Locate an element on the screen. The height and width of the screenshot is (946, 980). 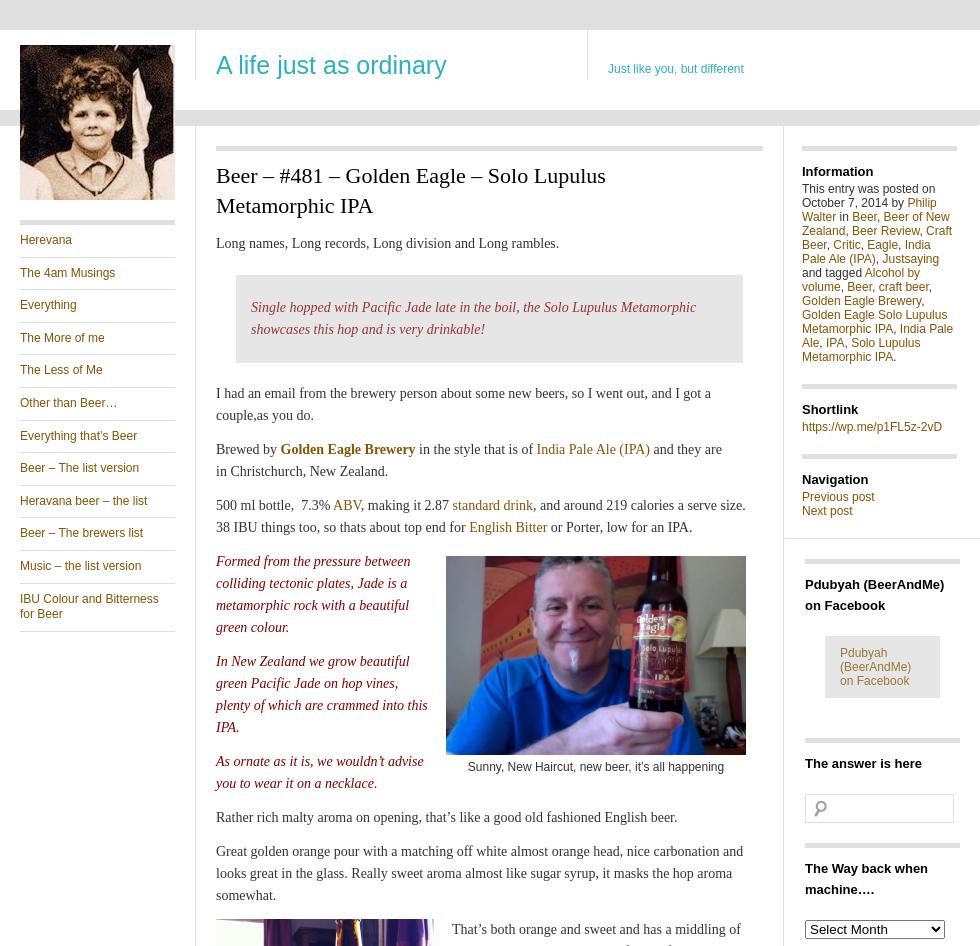
'and they are in Christchurch, New Zealand.' is located at coordinates (468, 459).